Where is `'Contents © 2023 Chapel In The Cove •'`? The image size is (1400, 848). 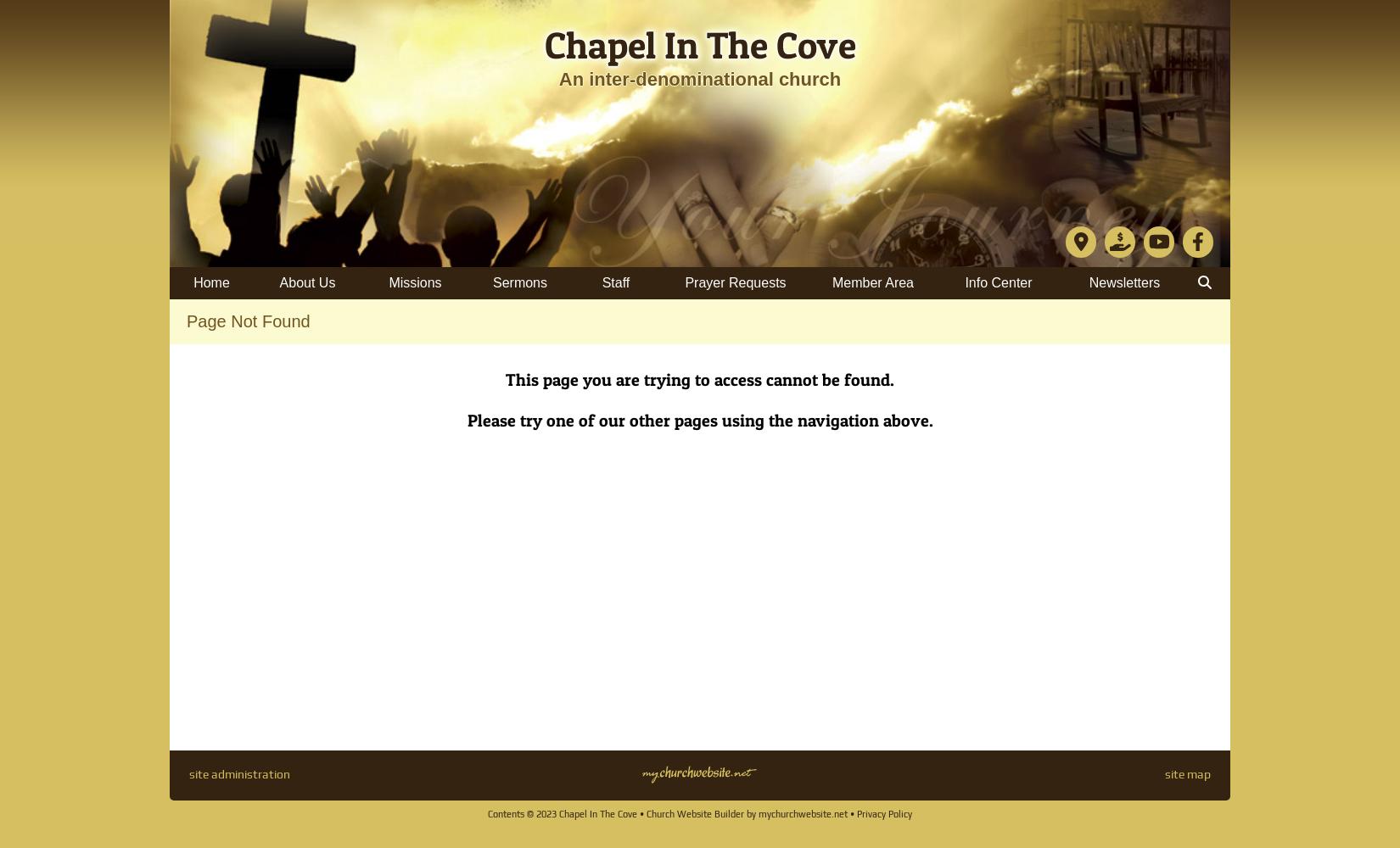 'Contents © 2023 Chapel In The Cove •' is located at coordinates (566, 813).